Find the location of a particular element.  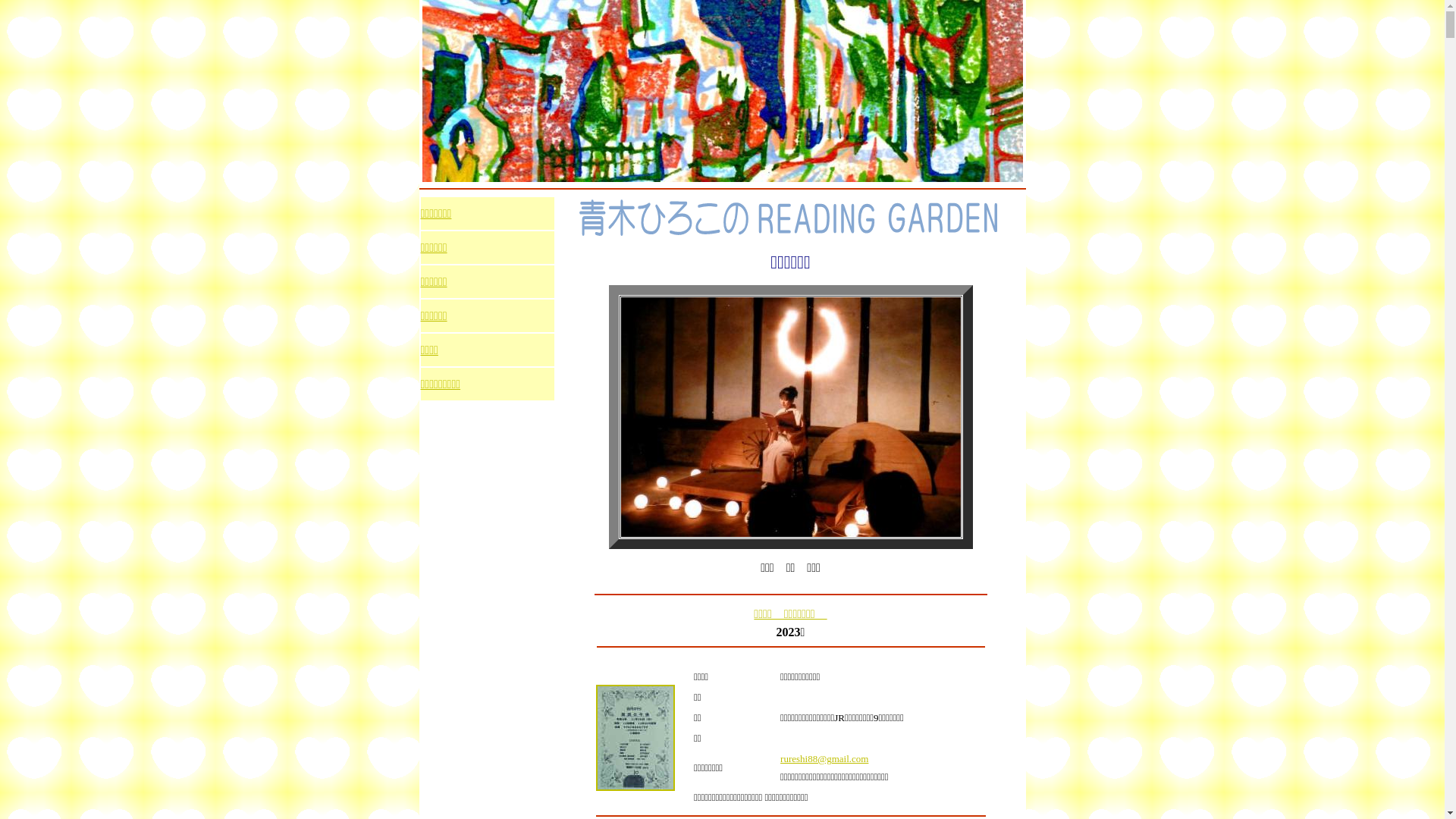

'rureshi88@gmail.com' is located at coordinates (823, 758).